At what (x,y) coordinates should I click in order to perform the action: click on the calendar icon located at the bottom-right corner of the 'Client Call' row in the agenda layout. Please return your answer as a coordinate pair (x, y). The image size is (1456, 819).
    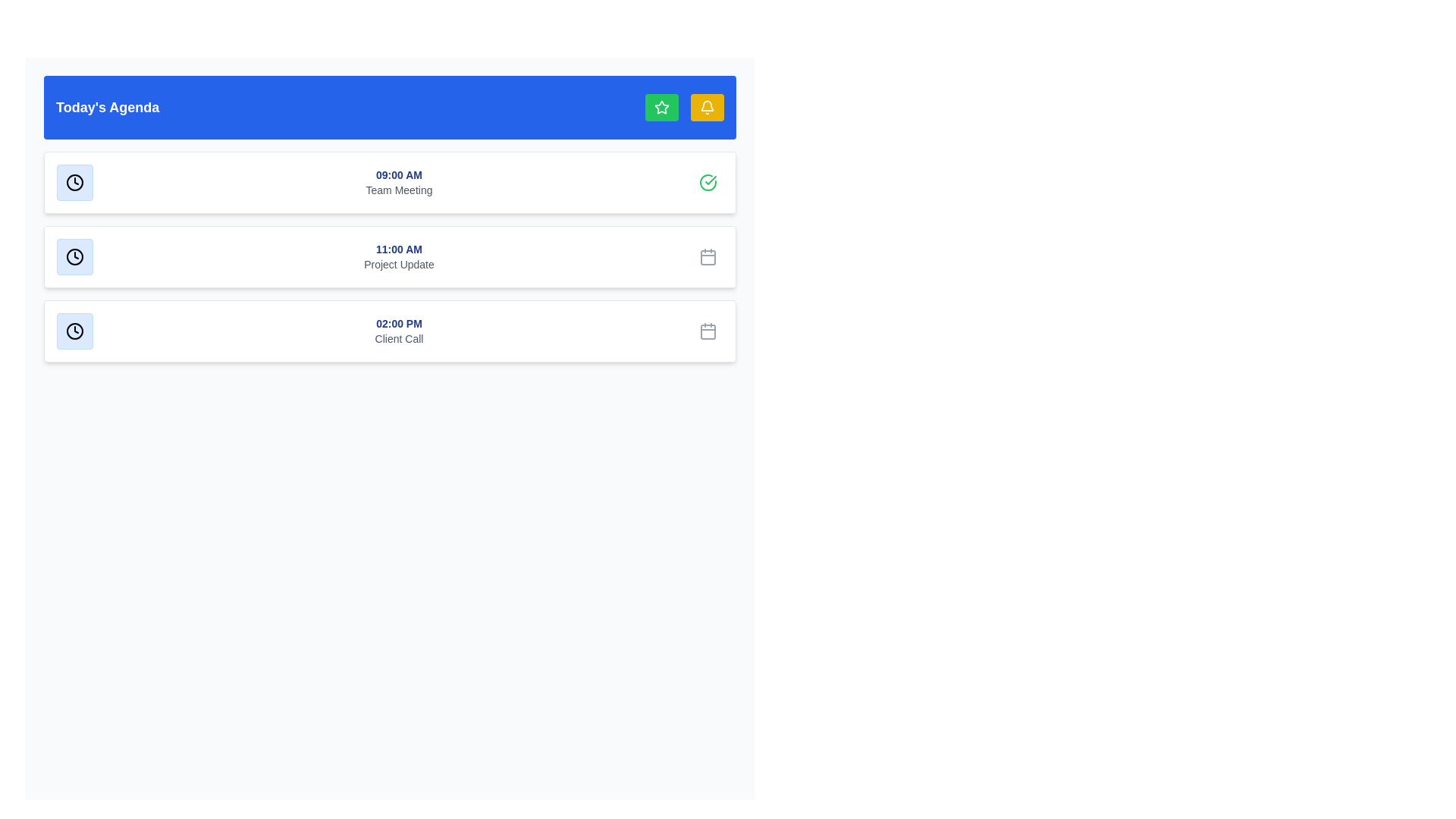
    Looking at the image, I should click on (708, 331).